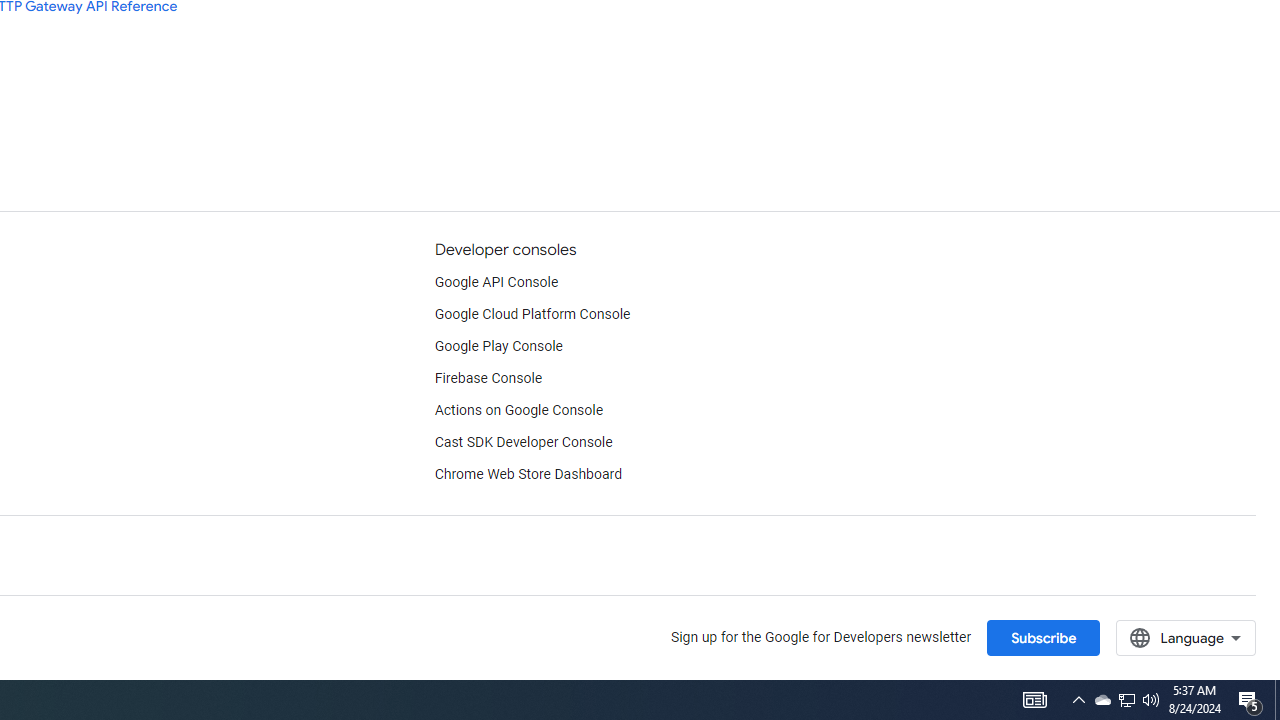 This screenshot has width=1280, height=720. Describe the element at coordinates (498, 346) in the screenshot. I see `'Google Play Console'` at that location.